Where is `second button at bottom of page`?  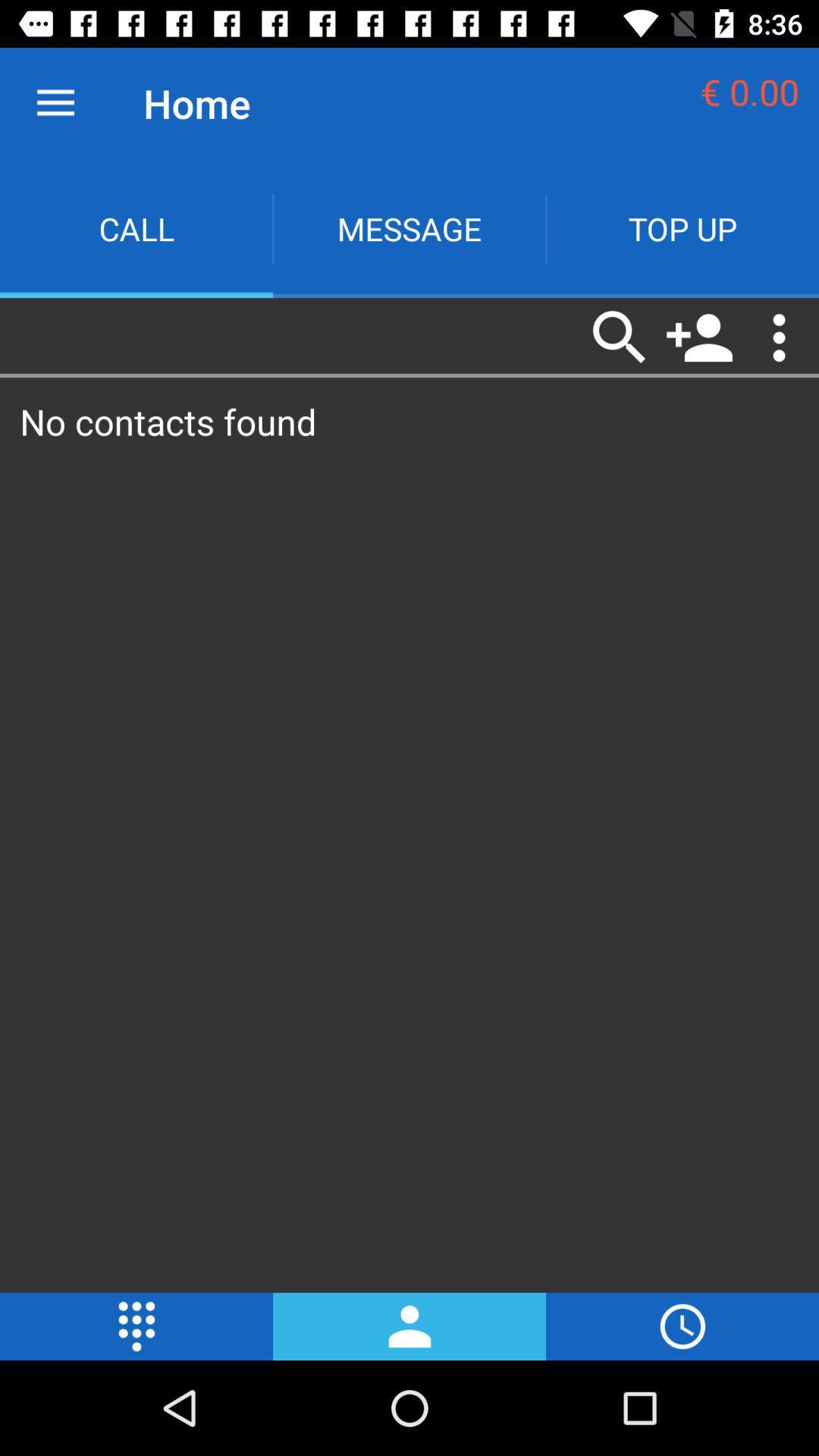
second button at bottom of page is located at coordinates (409, 1326).